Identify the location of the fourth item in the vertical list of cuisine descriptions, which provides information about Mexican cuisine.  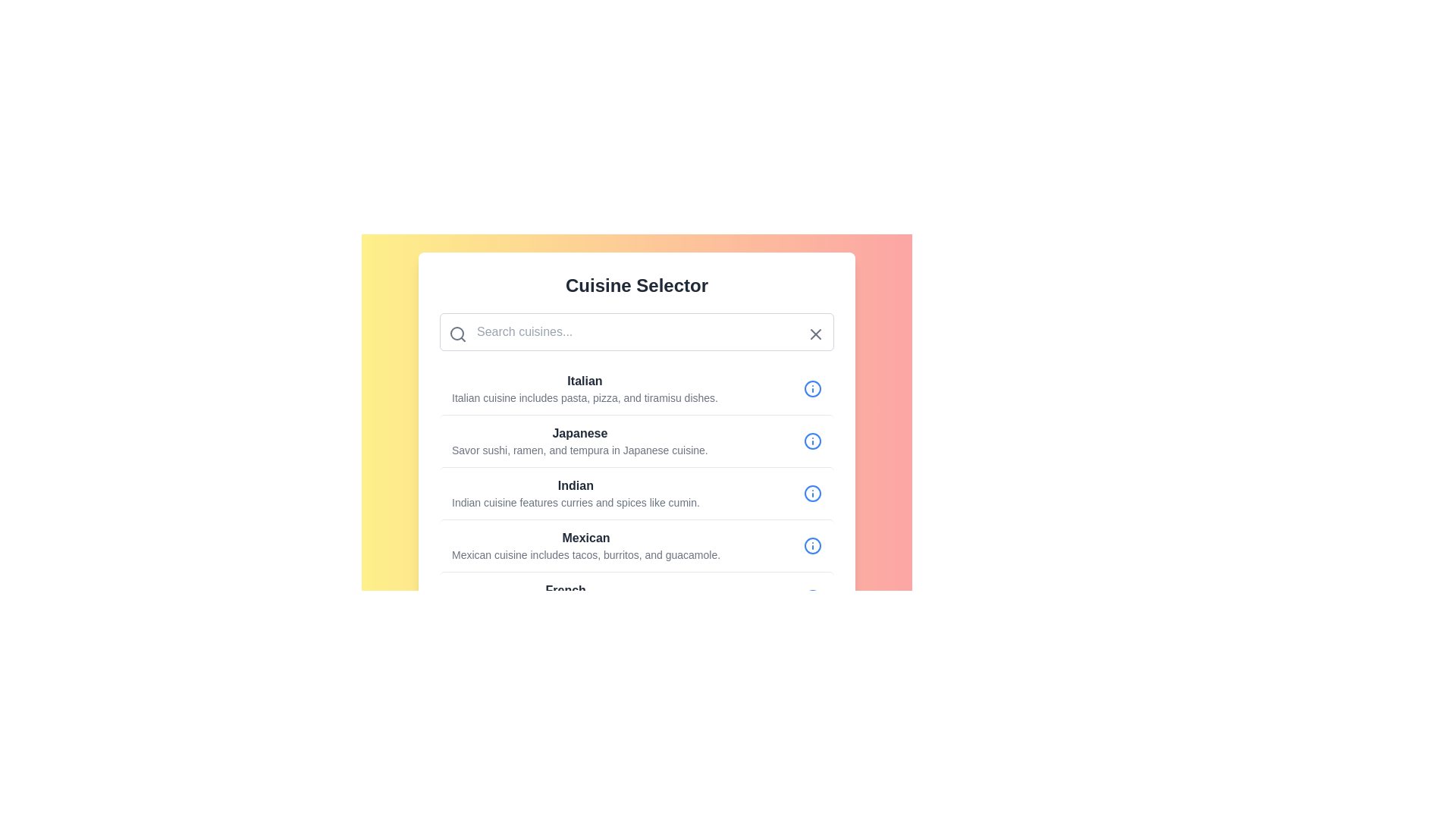
(637, 544).